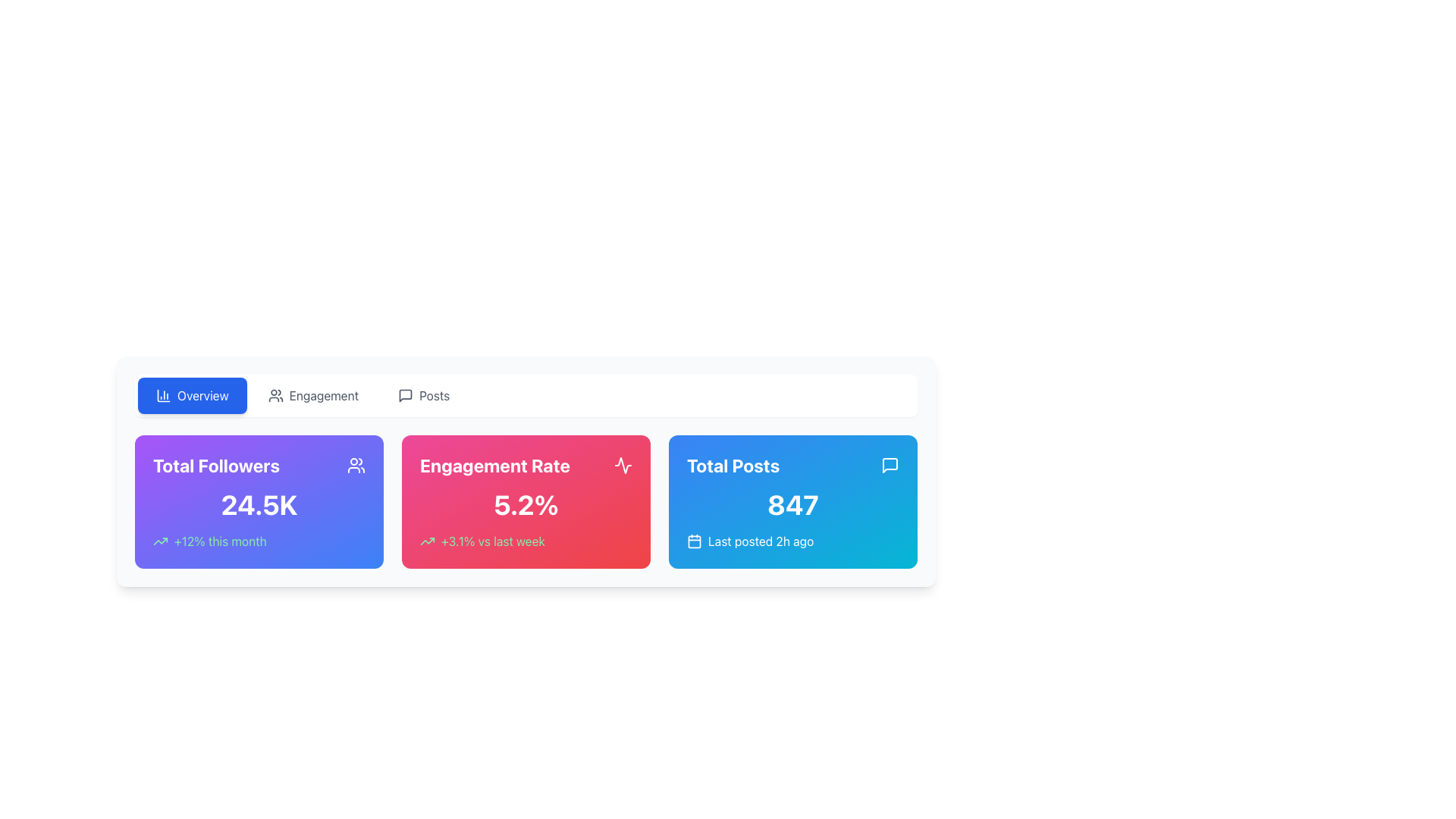  Describe the element at coordinates (424, 394) in the screenshot. I see `the 'Posts' navigation button, which is the third clickable item in the group of buttons located near the top of the interface` at that location.